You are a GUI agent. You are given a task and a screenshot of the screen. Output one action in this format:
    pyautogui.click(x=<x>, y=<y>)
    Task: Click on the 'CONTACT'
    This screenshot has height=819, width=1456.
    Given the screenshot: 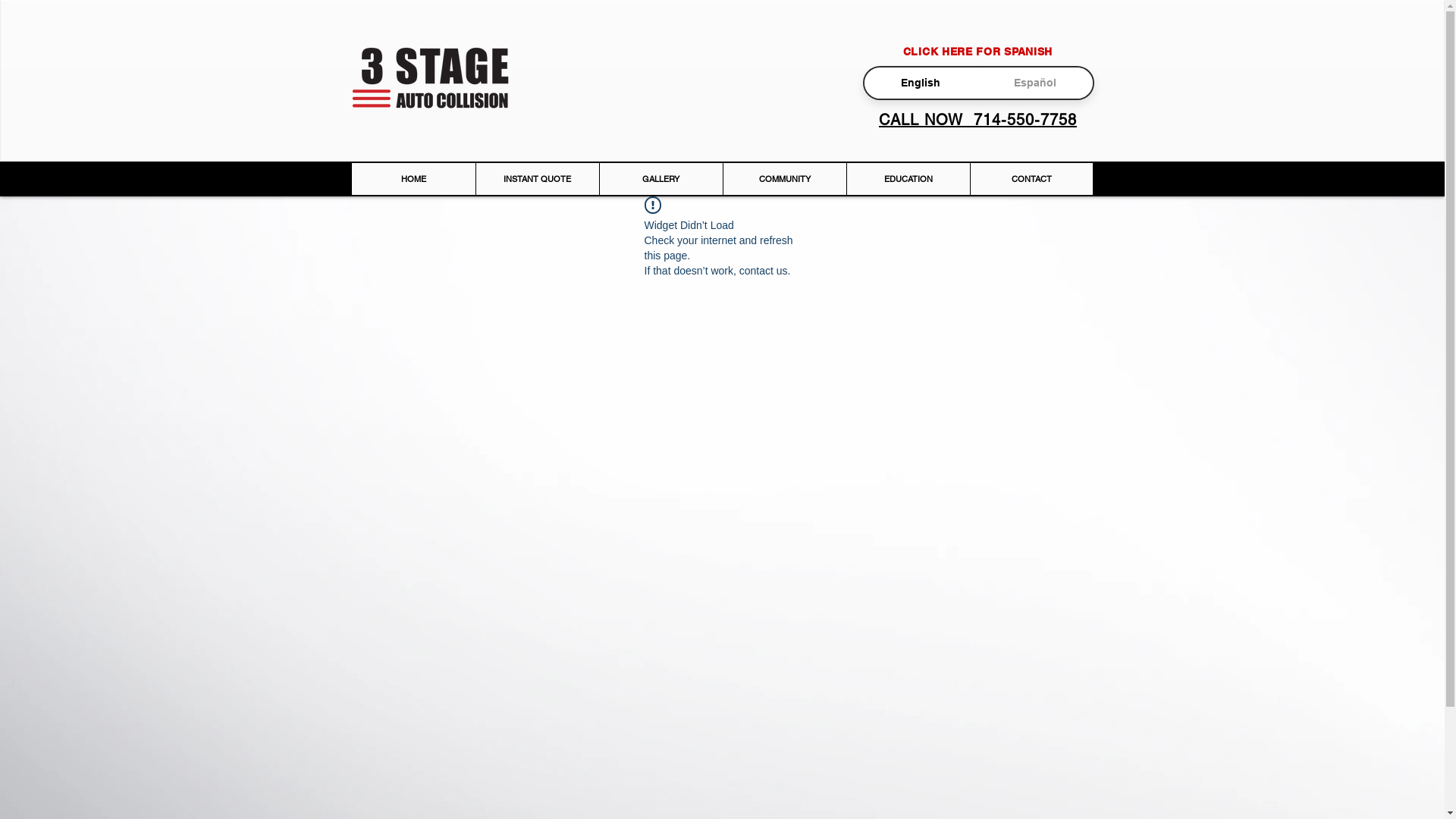 What is the action you would take?
    pyautogui.click(x=1030, y=177)
    